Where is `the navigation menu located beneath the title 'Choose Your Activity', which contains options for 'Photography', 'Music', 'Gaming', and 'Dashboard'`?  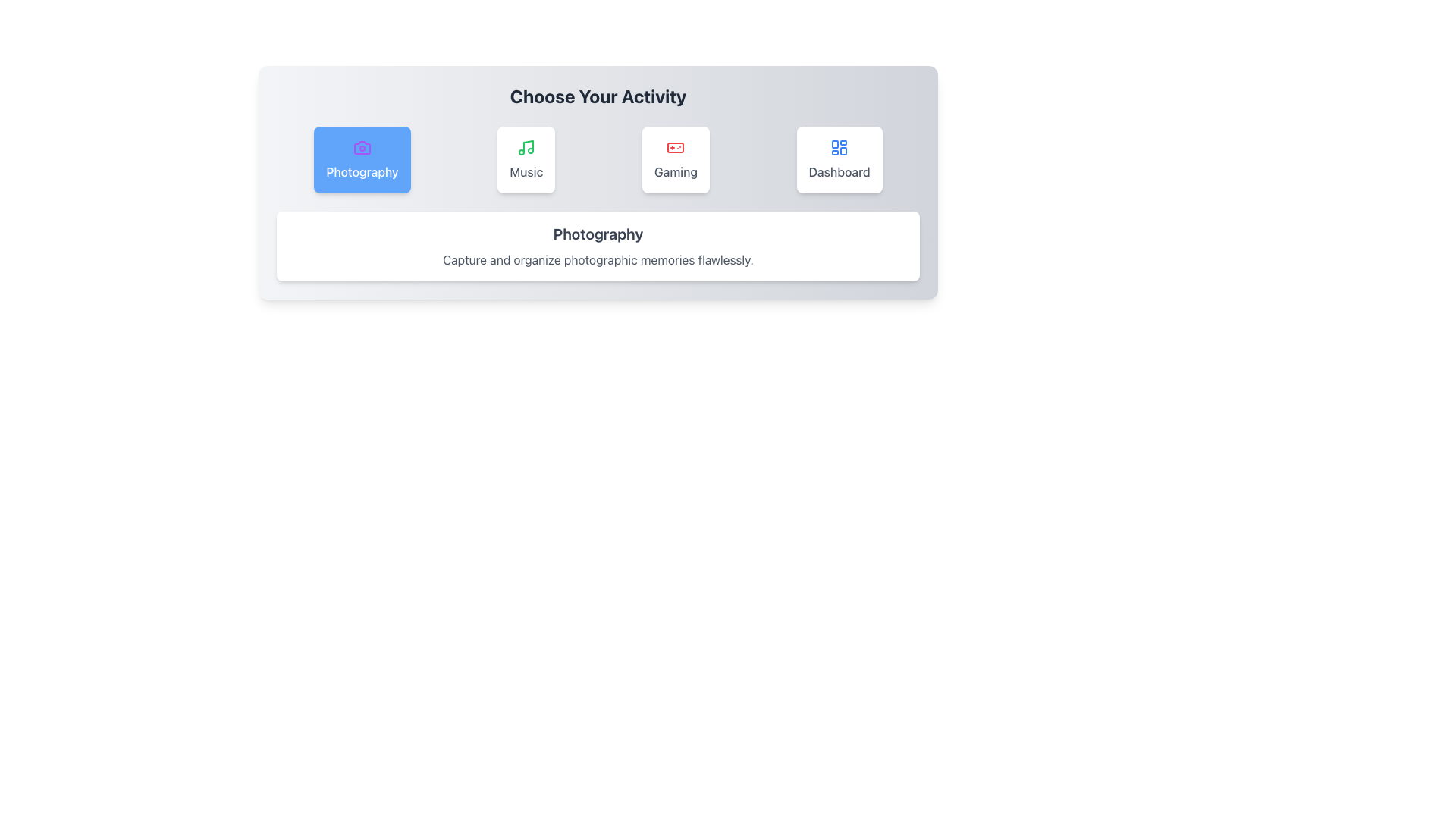
the navigation menu located beneath the title 'Choose Your Activity', which contains options for 'Photography', 'Music', 'Gaming', and 'Dashboard' is located at coordinates (597, 160).